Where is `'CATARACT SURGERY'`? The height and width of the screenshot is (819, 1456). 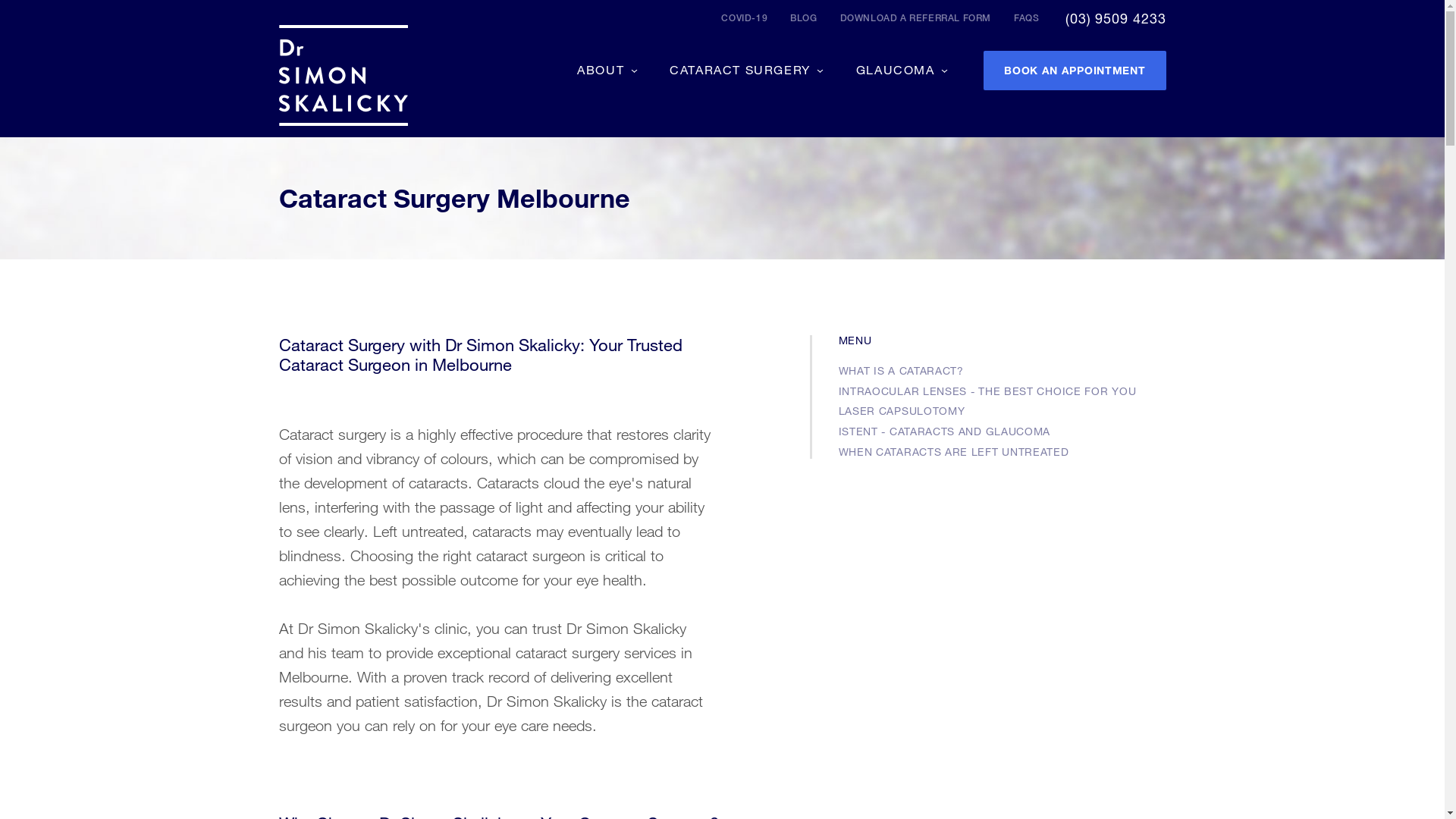 'CATARACT SURGERY' is located at coordinates (745, 69).